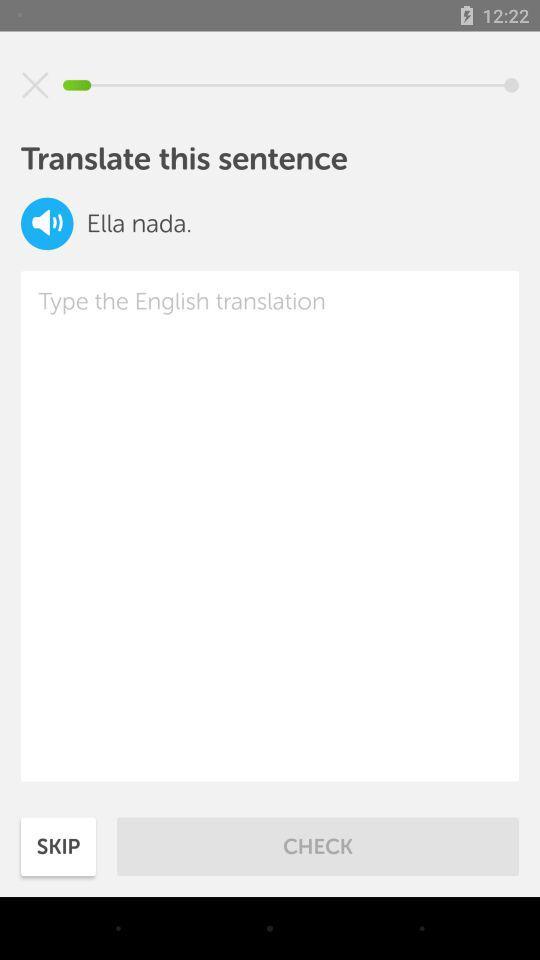 The width and height of the screenshot is (540, 960). What do you see at coordinates (58, 845) in the screenshot?
I see `item at the bottom left corner` at bounding box center [58, 845].